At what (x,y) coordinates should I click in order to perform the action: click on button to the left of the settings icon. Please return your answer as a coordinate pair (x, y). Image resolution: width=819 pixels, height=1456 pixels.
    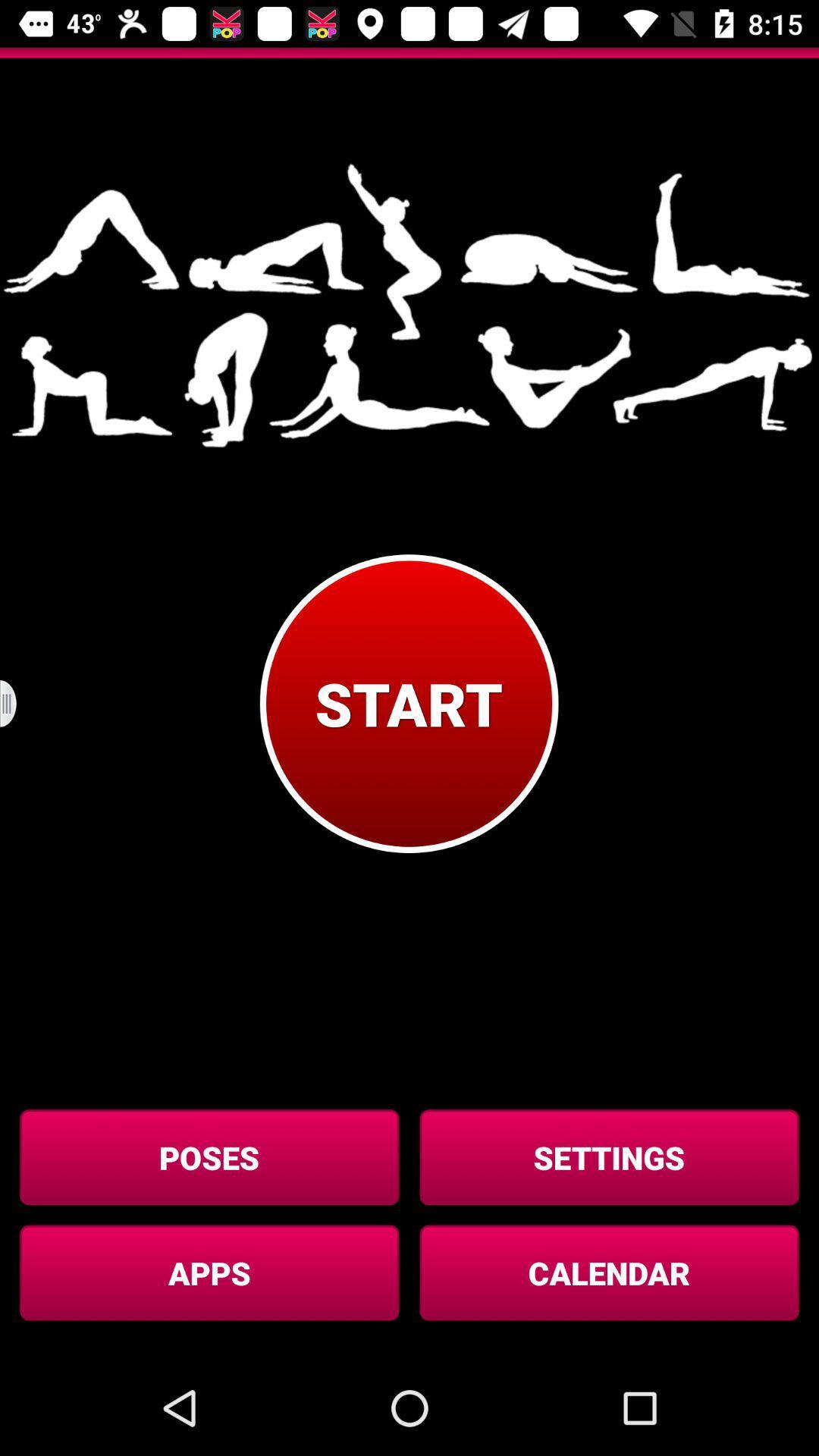
    Looking at the image, I should click on (209, 1156).